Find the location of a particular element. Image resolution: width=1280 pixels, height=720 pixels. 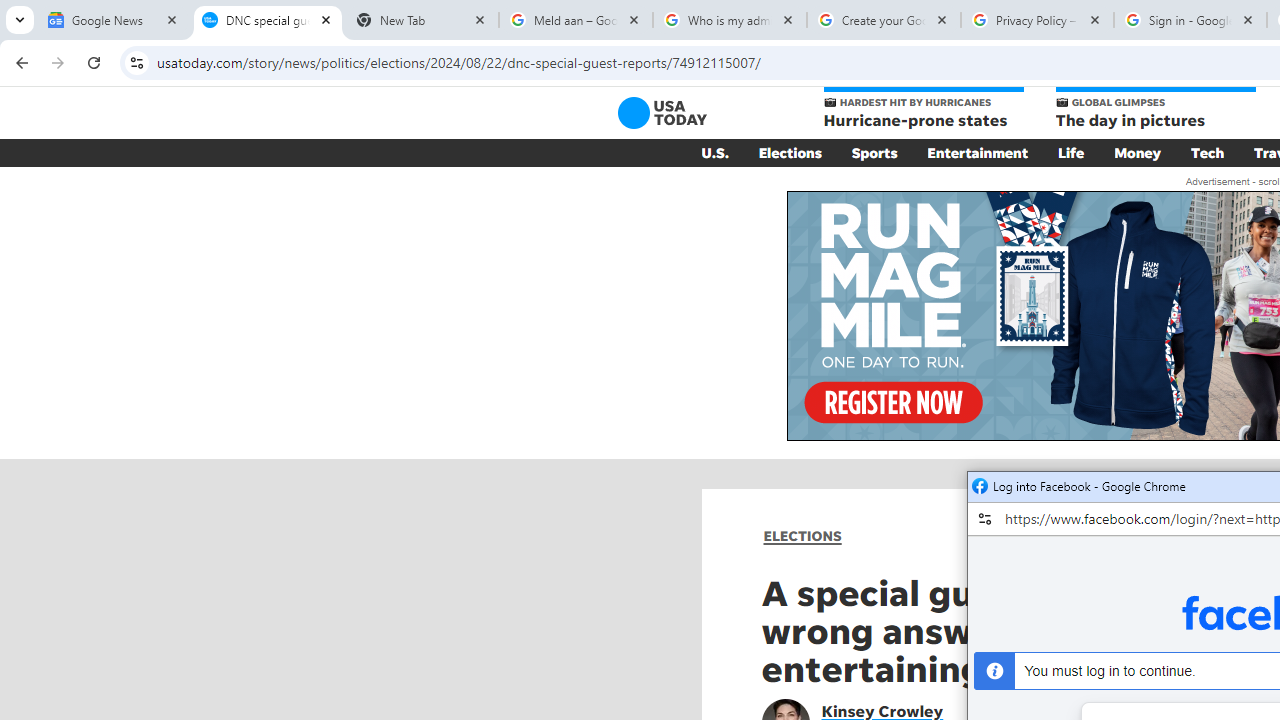

'ELECTIONS' is located at coordinates (802, 535).